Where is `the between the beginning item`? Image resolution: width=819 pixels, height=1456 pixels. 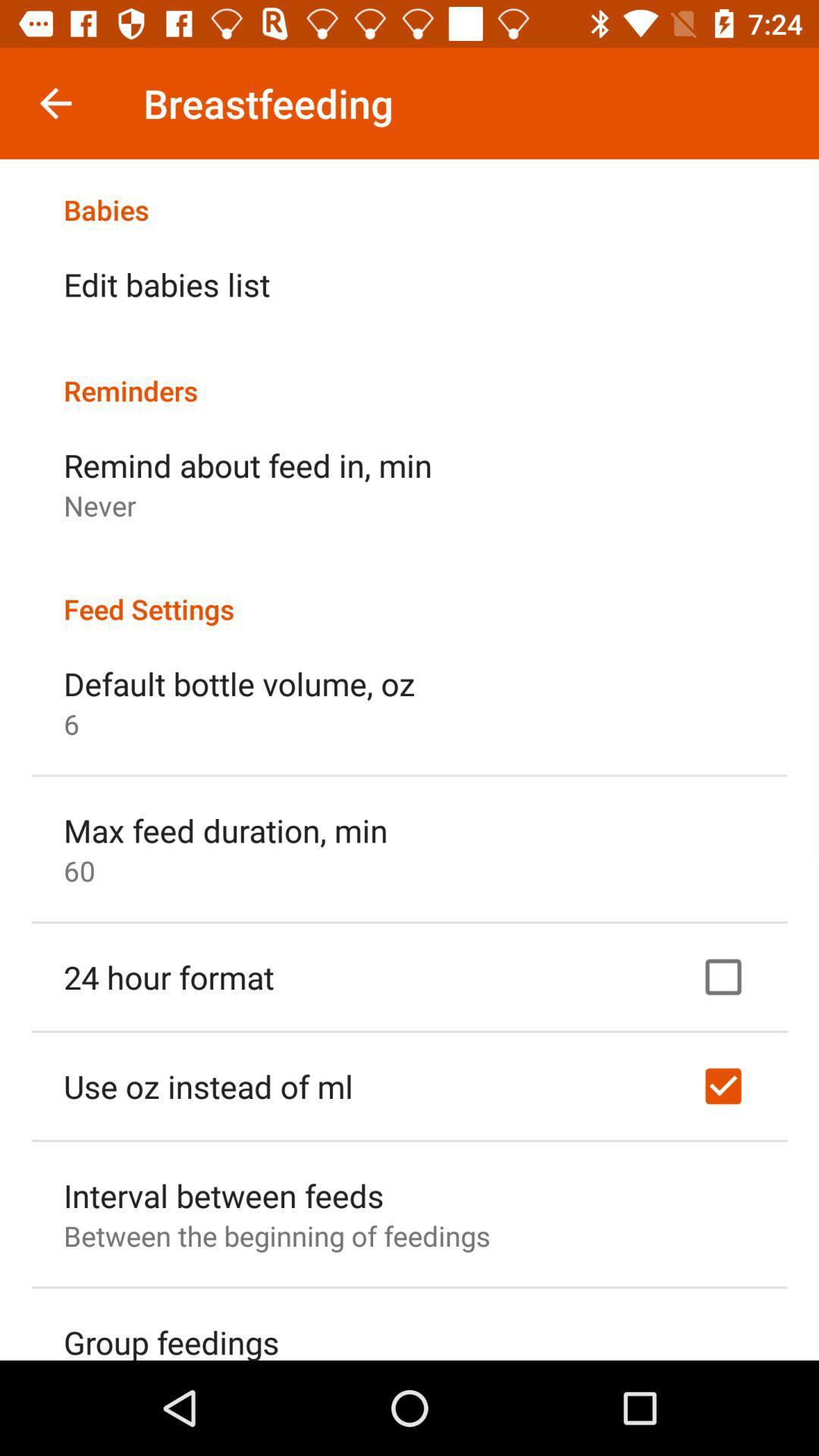 the between the beginning item is located at coordinates (277, 1235).